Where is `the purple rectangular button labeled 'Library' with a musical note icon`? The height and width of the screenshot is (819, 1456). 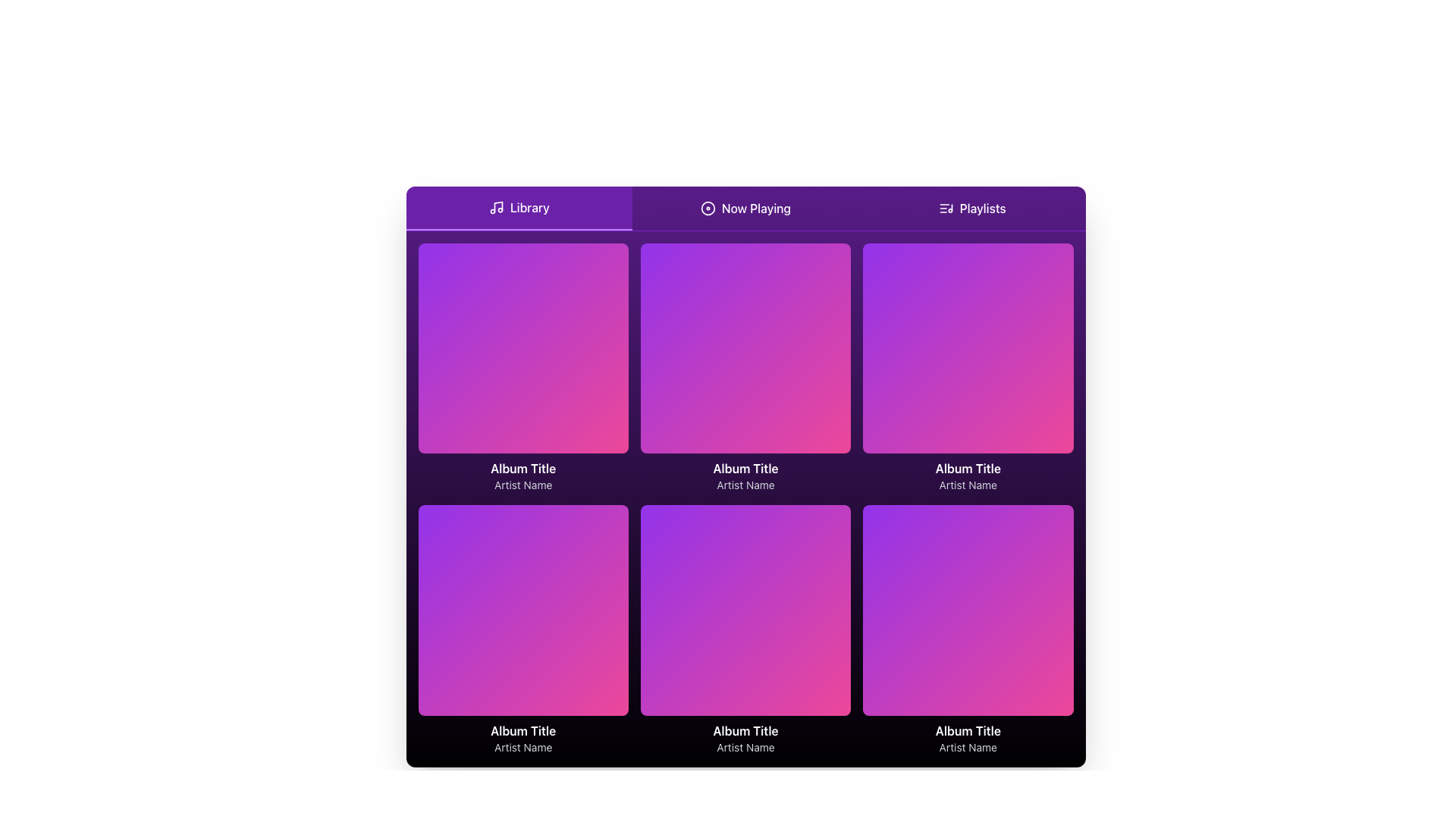
the purple rectangular button labeled 'Library' with a musical note icon is located at coordinates (519, 208).